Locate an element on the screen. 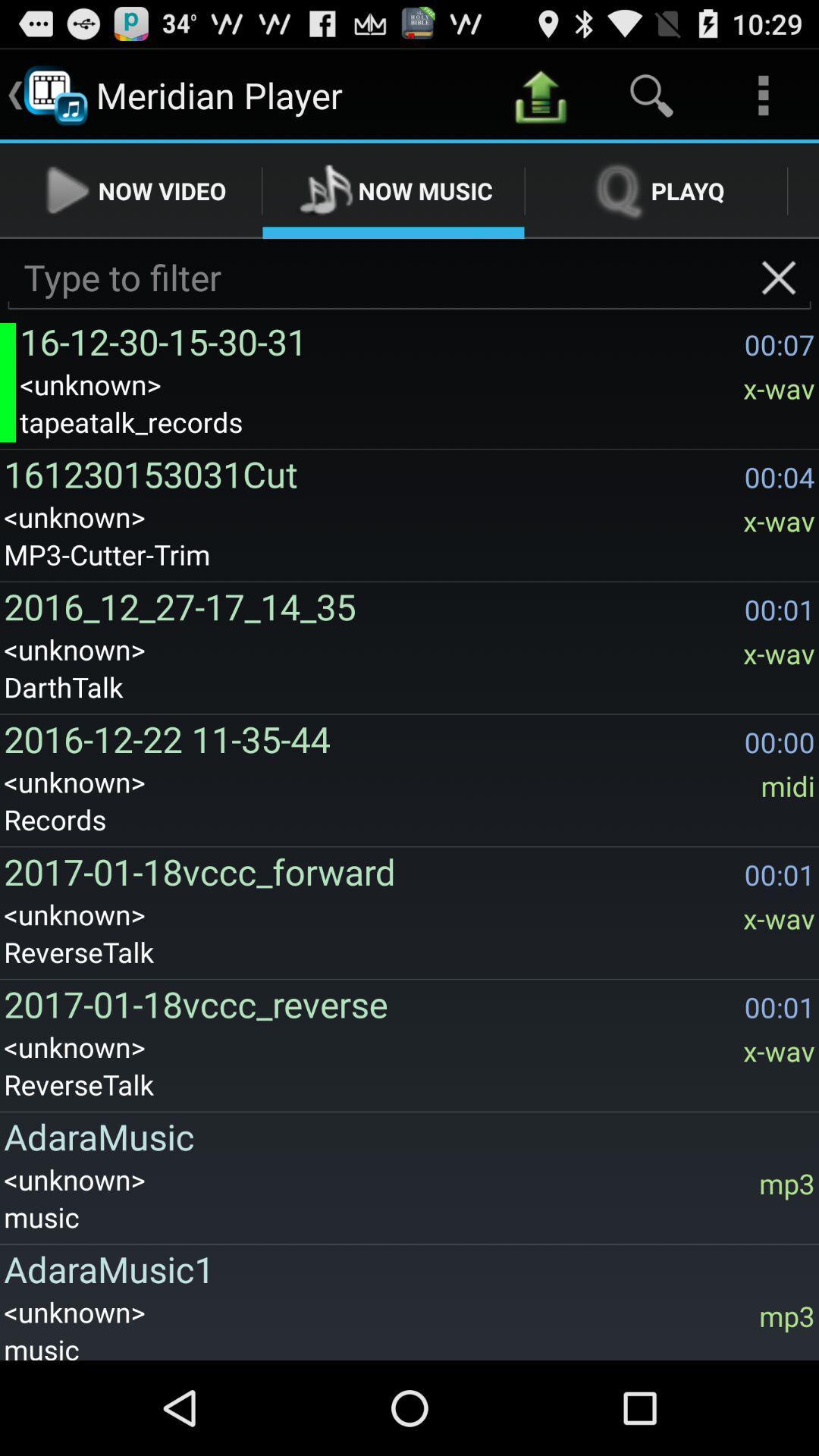  the icon next to 16 12 30 item is located at coordinates (8, 382).